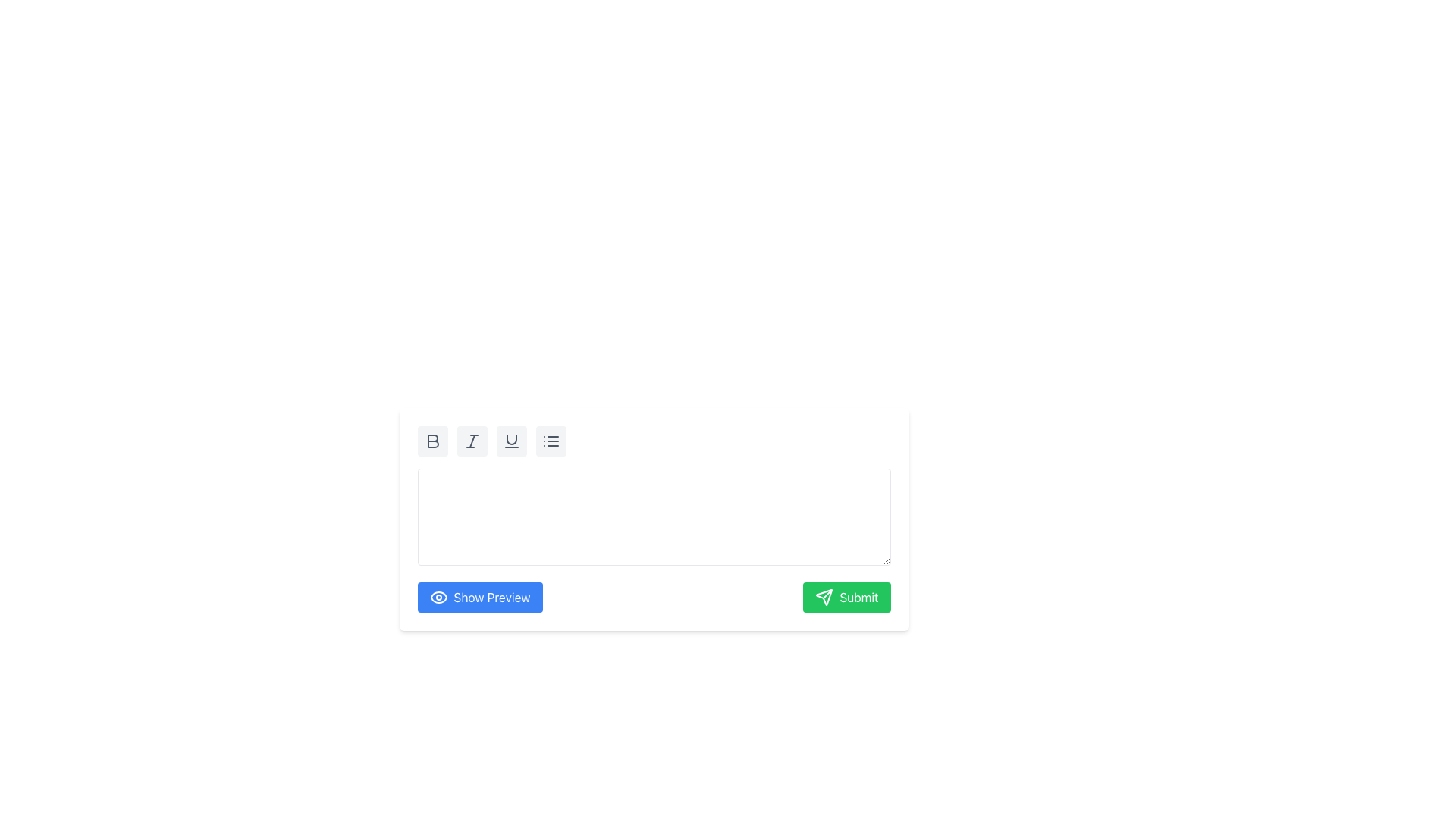  Describe the element at coordinates (846, 596) in the screenshot. I see `the second button used to submit the form, located to the right of the 'Show Preview' button, to trigger any associated hover effects` at that location.